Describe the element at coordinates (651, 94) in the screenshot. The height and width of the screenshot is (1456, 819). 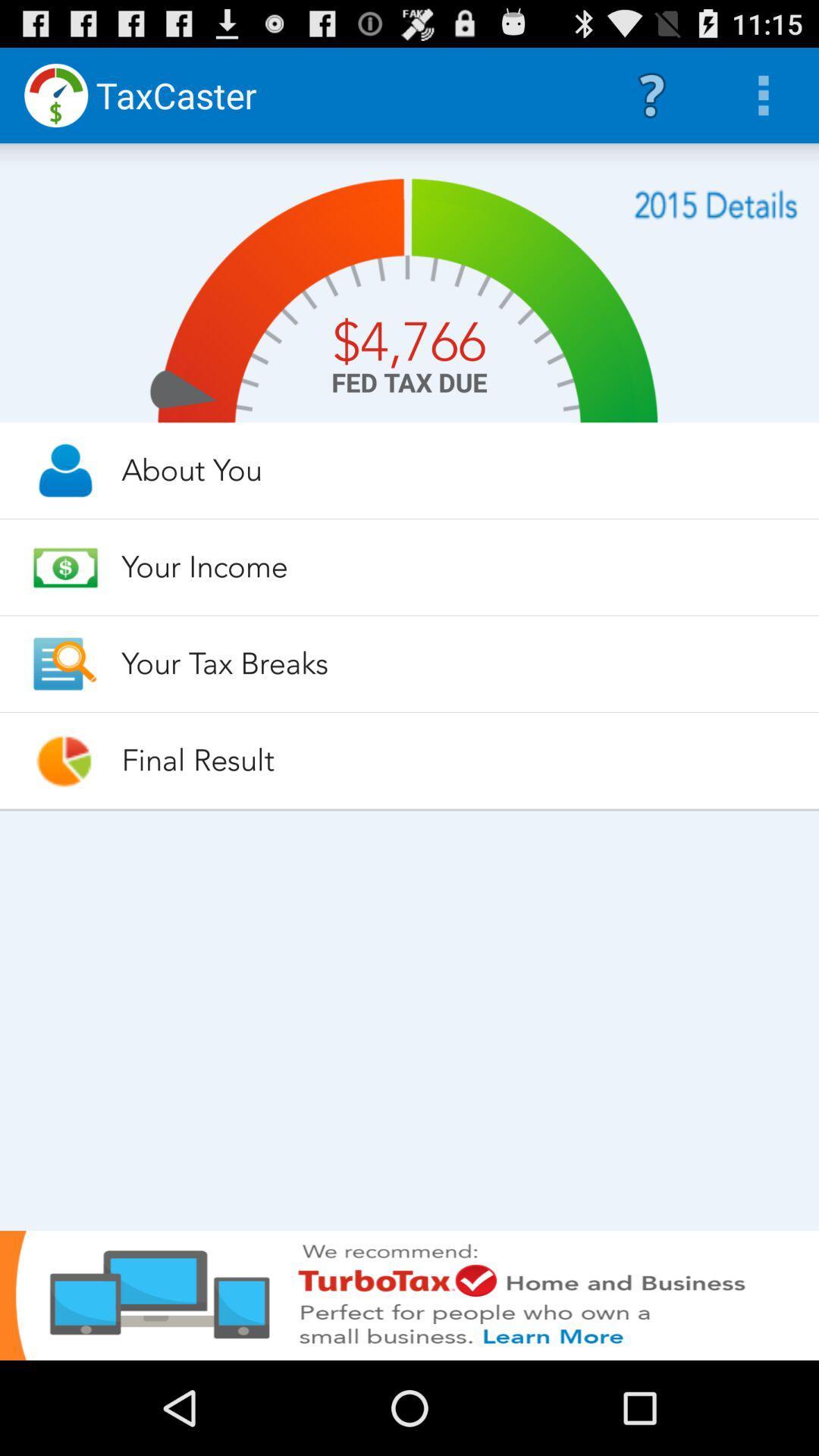
I see `app next to taxcaster` at that location.